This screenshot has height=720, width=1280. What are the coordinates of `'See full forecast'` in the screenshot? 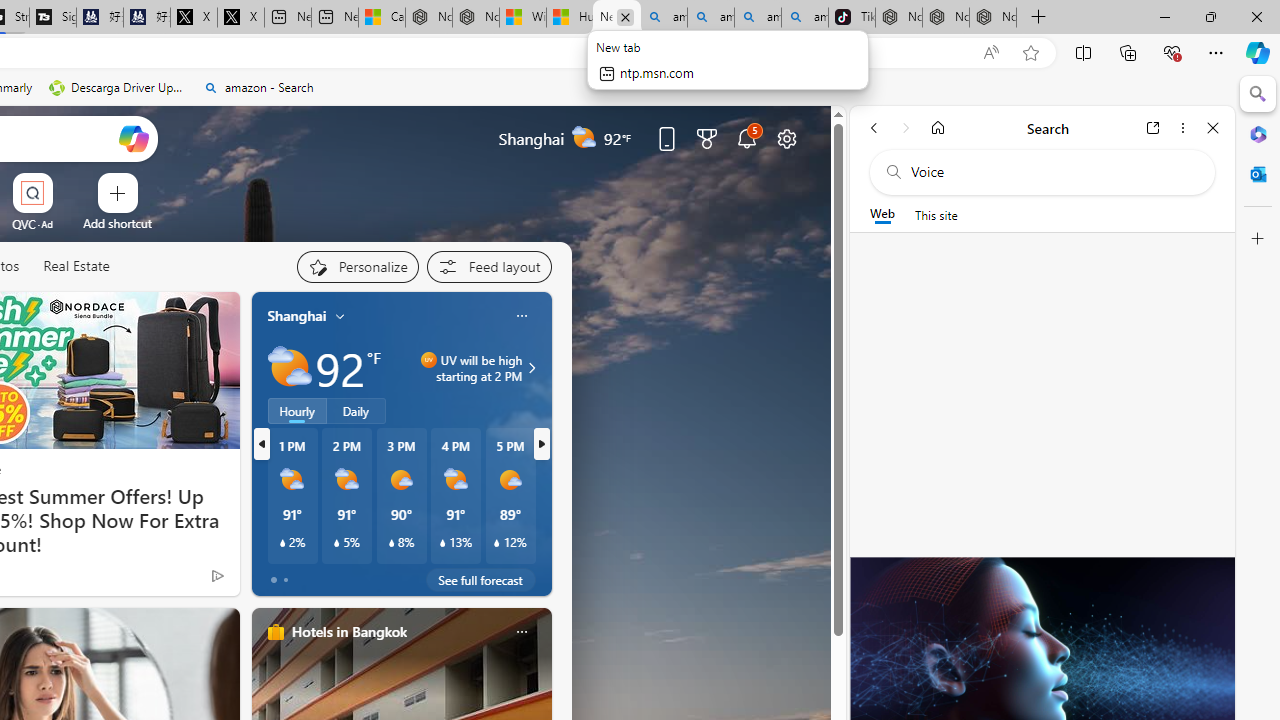 It's located at (480, 579).